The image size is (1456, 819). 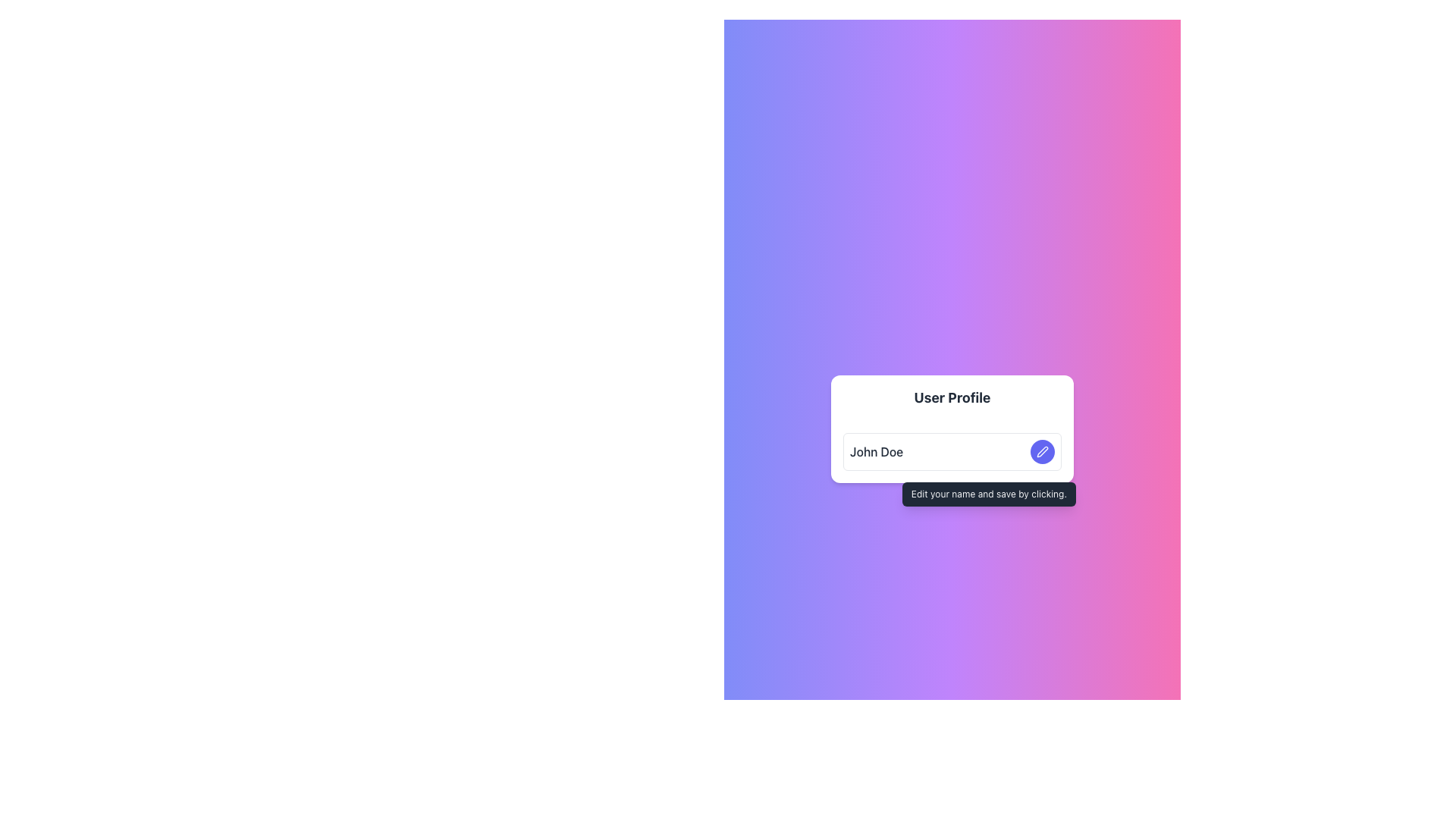 What do you see at coordinates (989, 494) in the screenshot?
I see `text content of the Tooltip that provides contextual help related to the action above, positioned slightly to the right below the main content area` at bounding box center [989, 494].